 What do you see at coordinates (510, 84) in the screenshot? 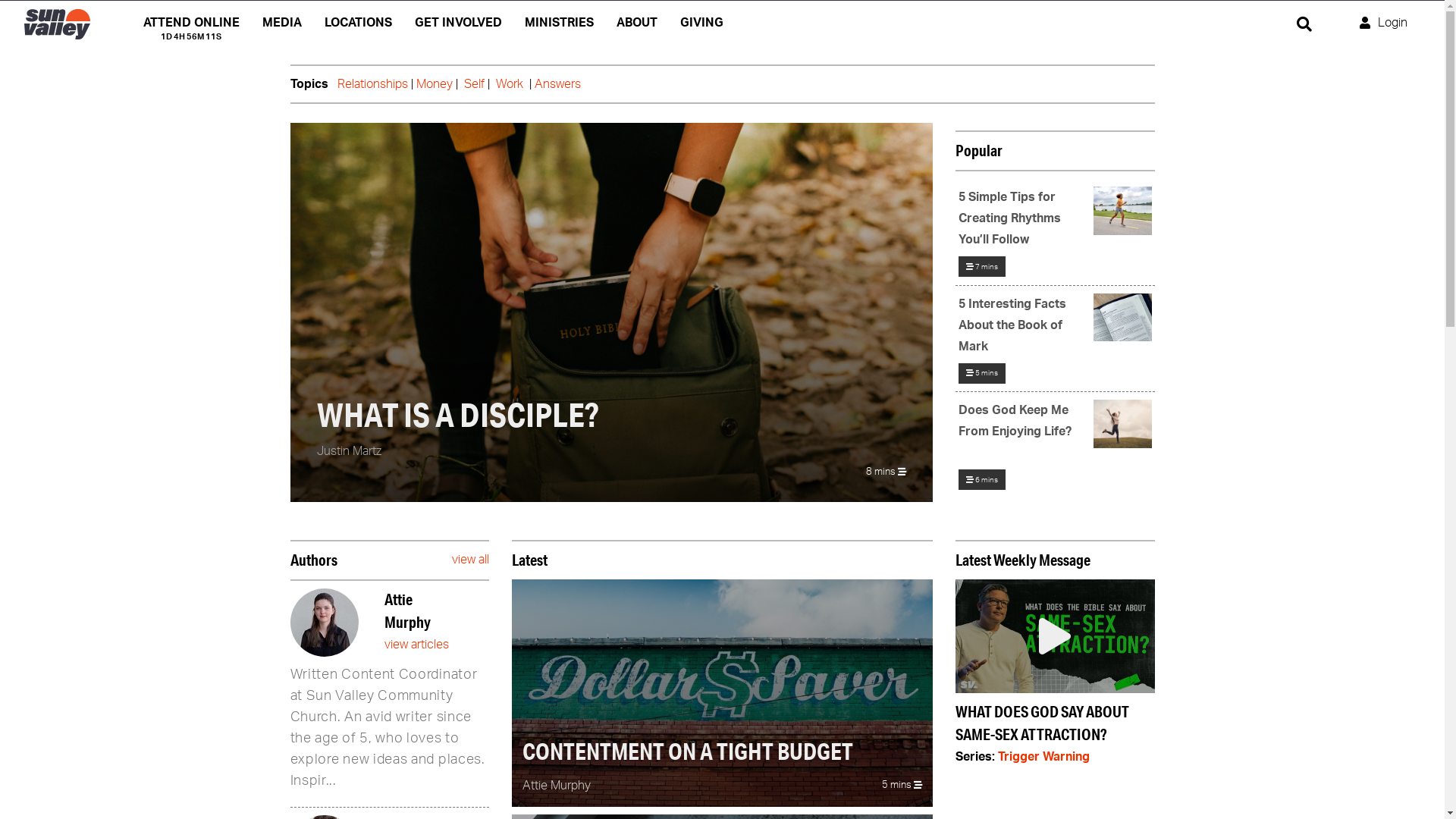
I see `'Work'` at bounding box center [510, 84].